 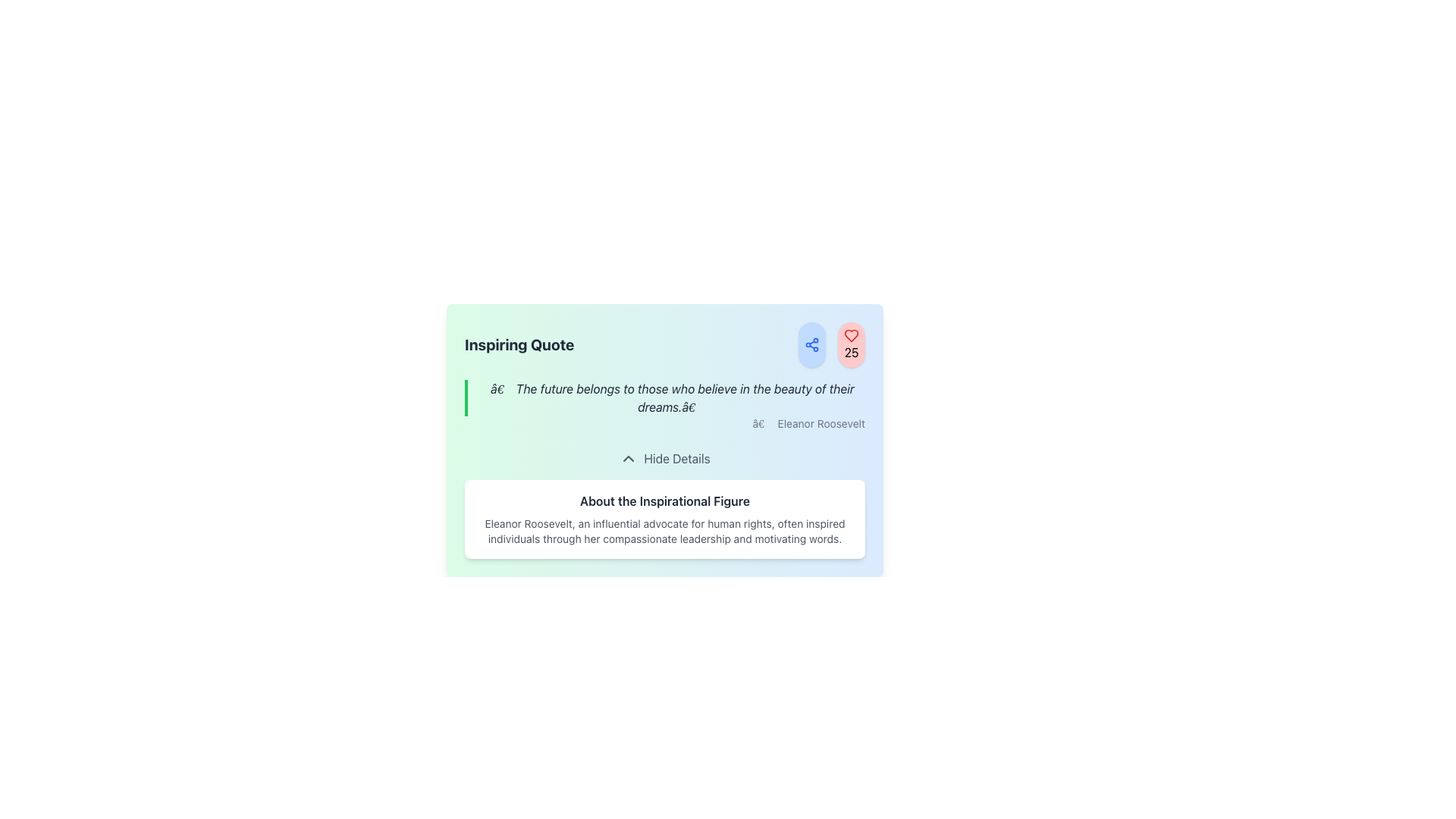 I want to click on the heart icon styled in an outlined design with a red color, which is part of a circular button with a pinkish-red background, located in the upper right-hand corner of the card element, so click(x=852, y=335).